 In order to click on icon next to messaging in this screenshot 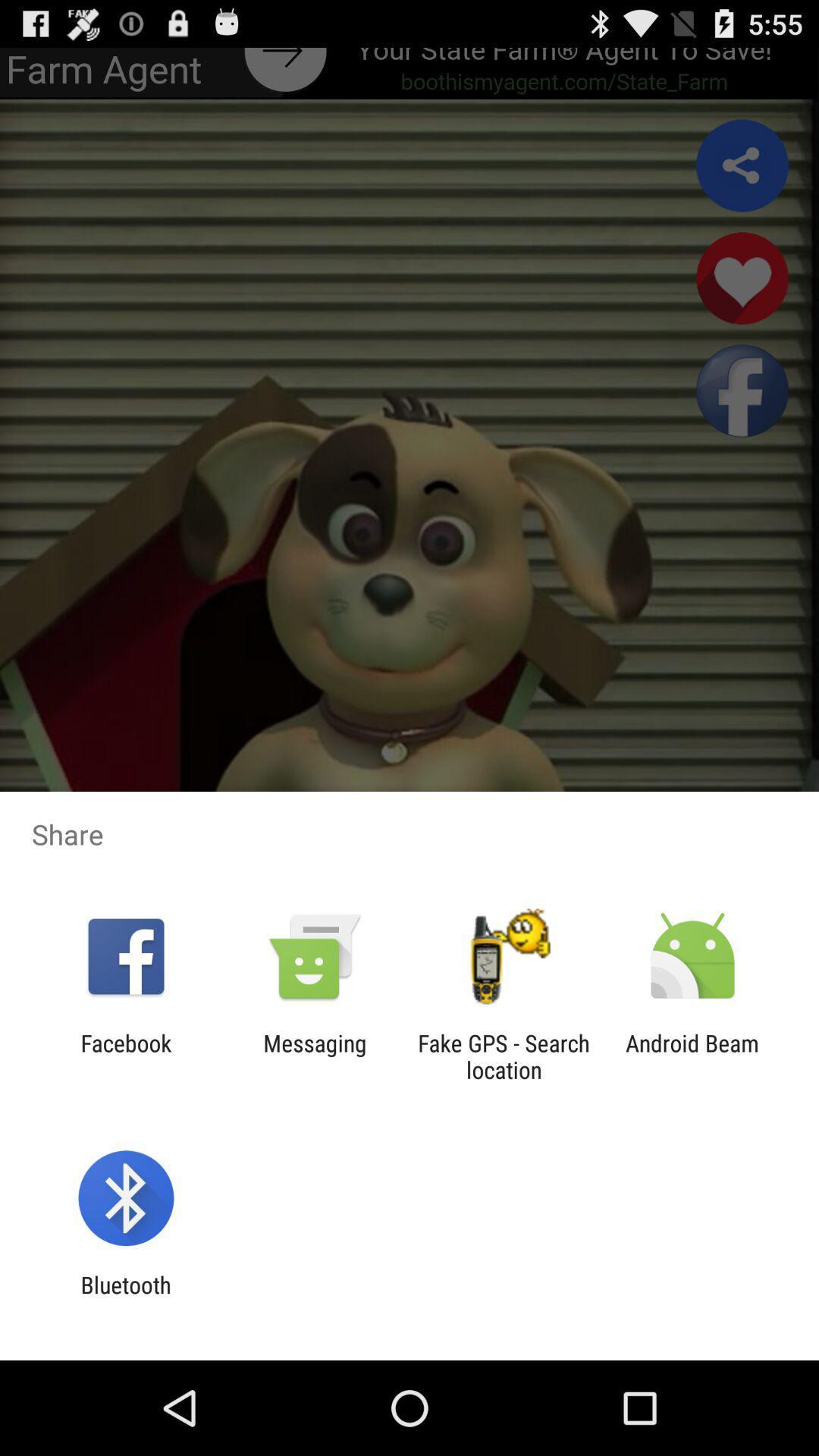, I will do `click(125, 1056)`.